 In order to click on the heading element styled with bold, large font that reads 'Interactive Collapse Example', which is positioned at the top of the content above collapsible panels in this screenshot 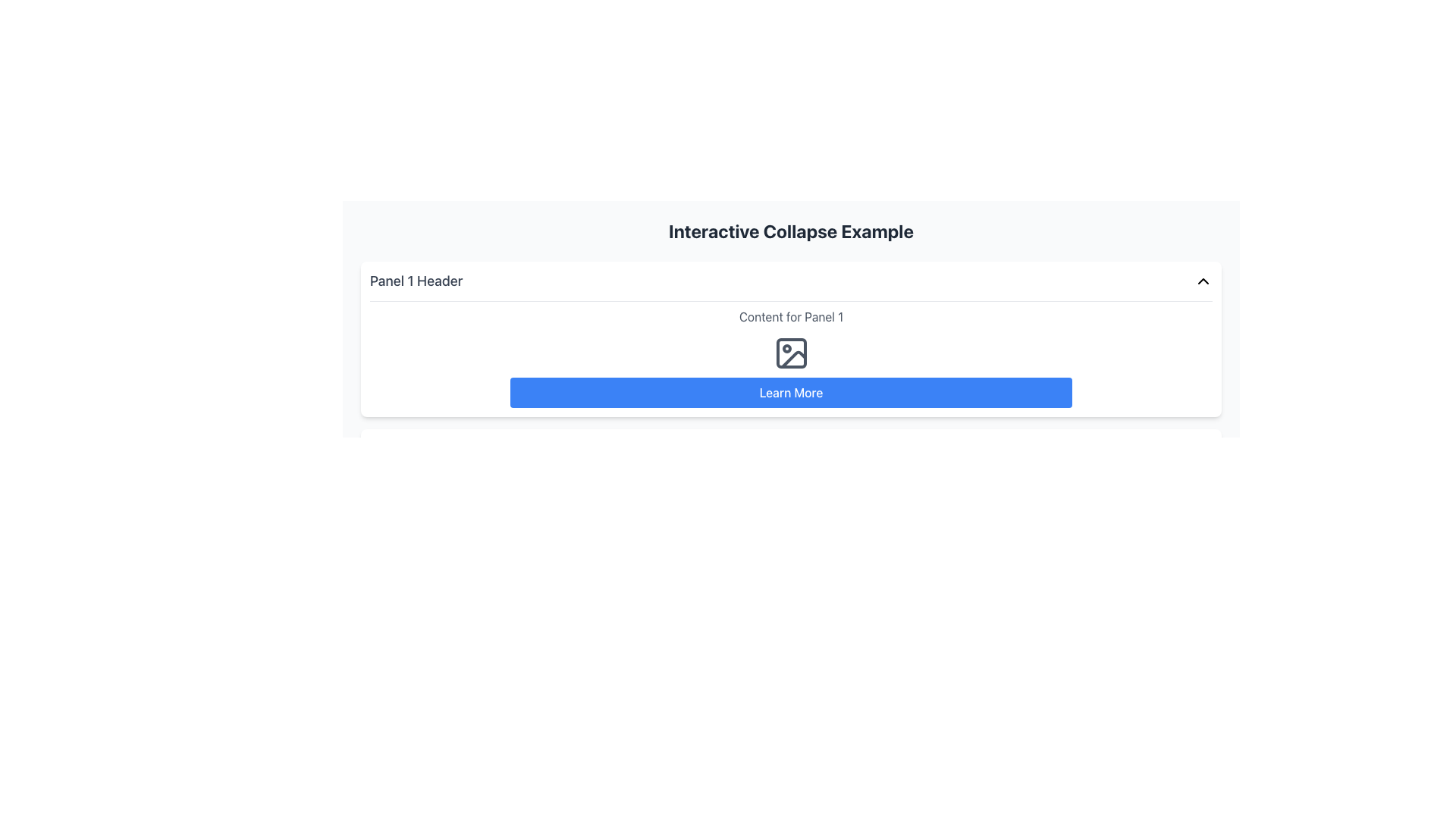, I will do `click(790, 231)`.